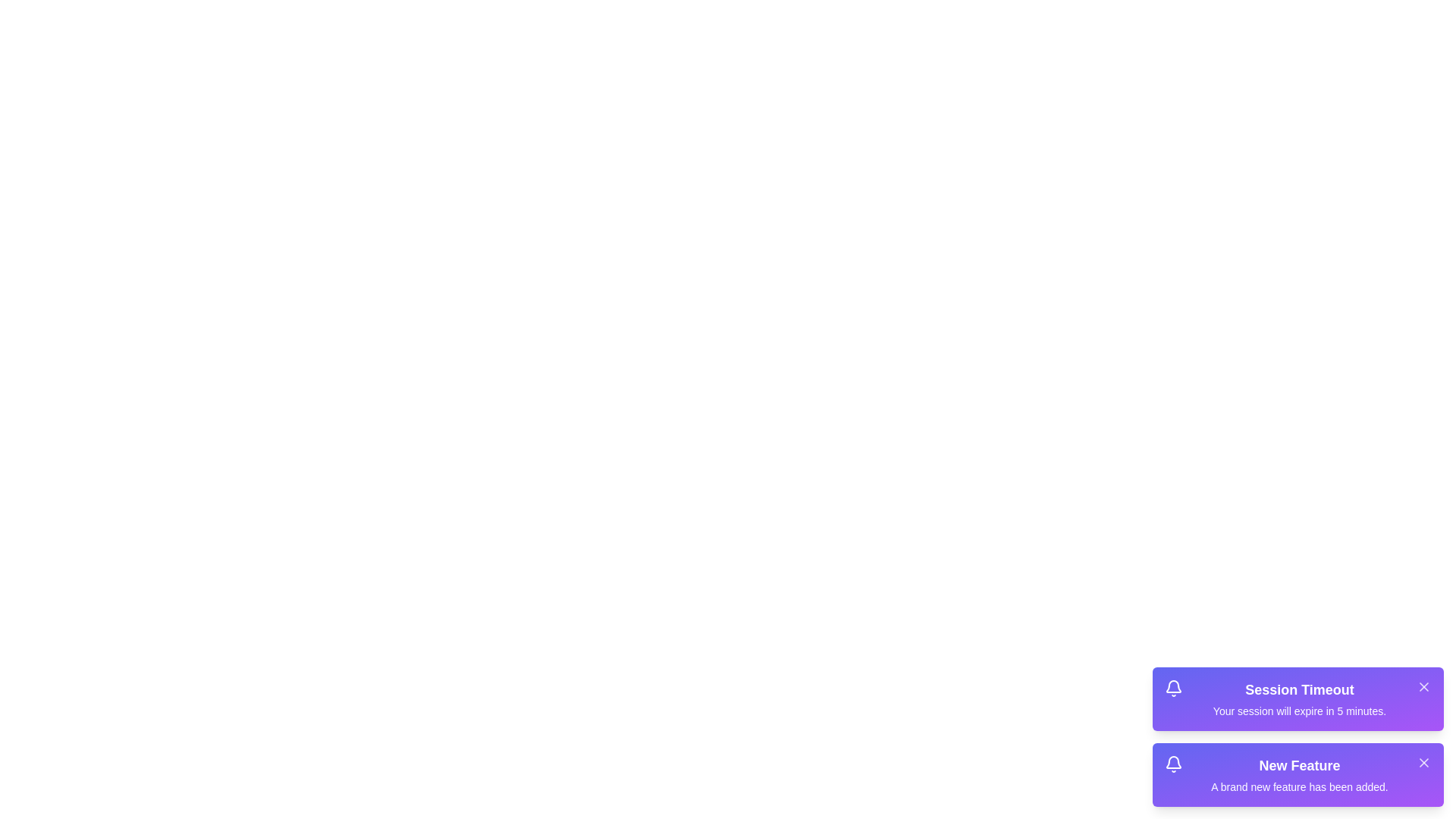 The image size is (1456, 819). Describe the element at coordinates (1173, 688) in the screenshot. I see `the notification icon for Session Timeout` at that location.